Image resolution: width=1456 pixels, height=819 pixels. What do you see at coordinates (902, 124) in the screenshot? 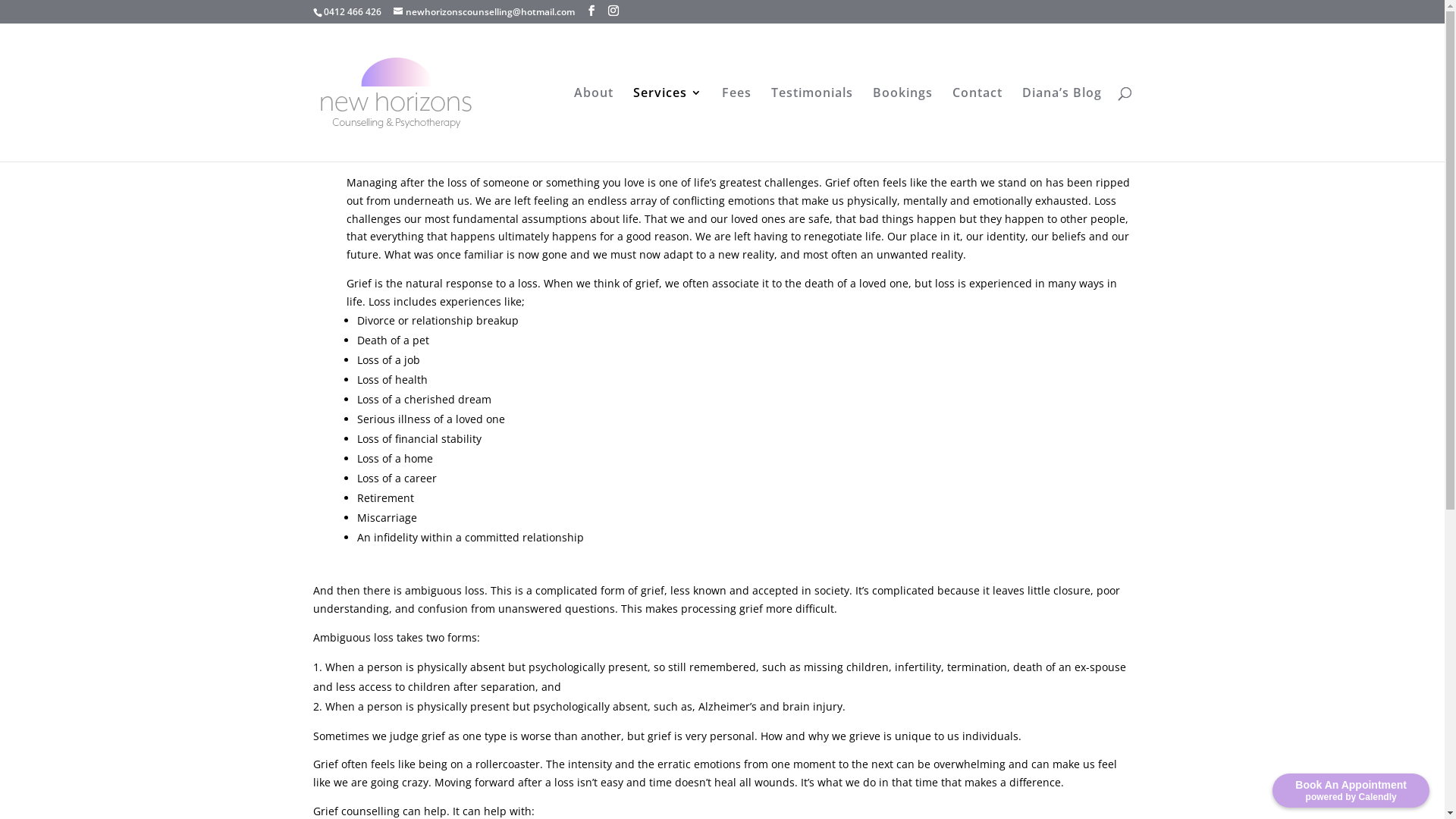
I see `'Bookings'` at bounding box center [902, 124].